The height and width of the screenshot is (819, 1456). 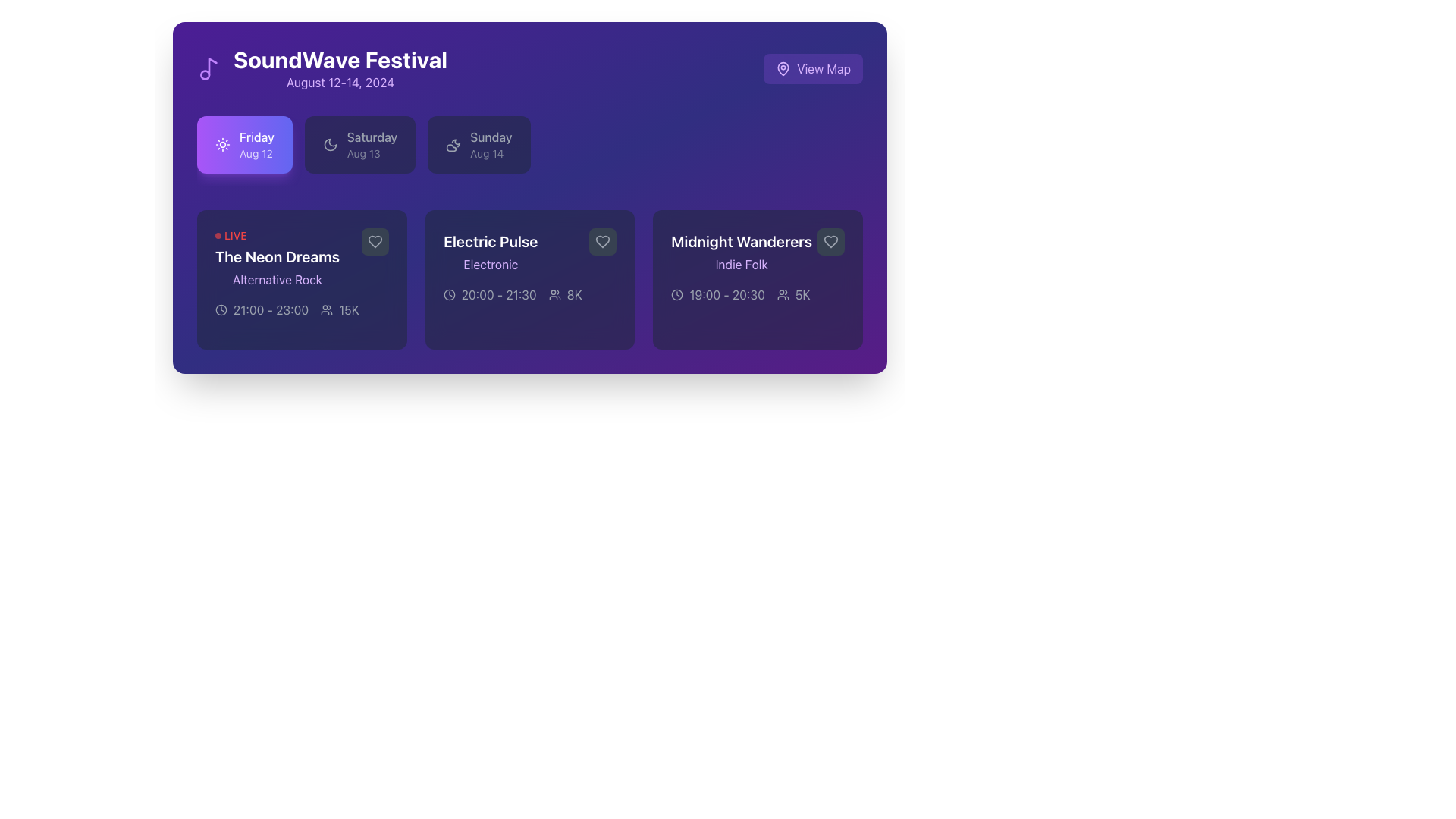 I want to click on the 'Sunday' tab label, which is the first text element in the rightmost tab of three date-related tabs in the event selection interface, so click(x=491, y=137).